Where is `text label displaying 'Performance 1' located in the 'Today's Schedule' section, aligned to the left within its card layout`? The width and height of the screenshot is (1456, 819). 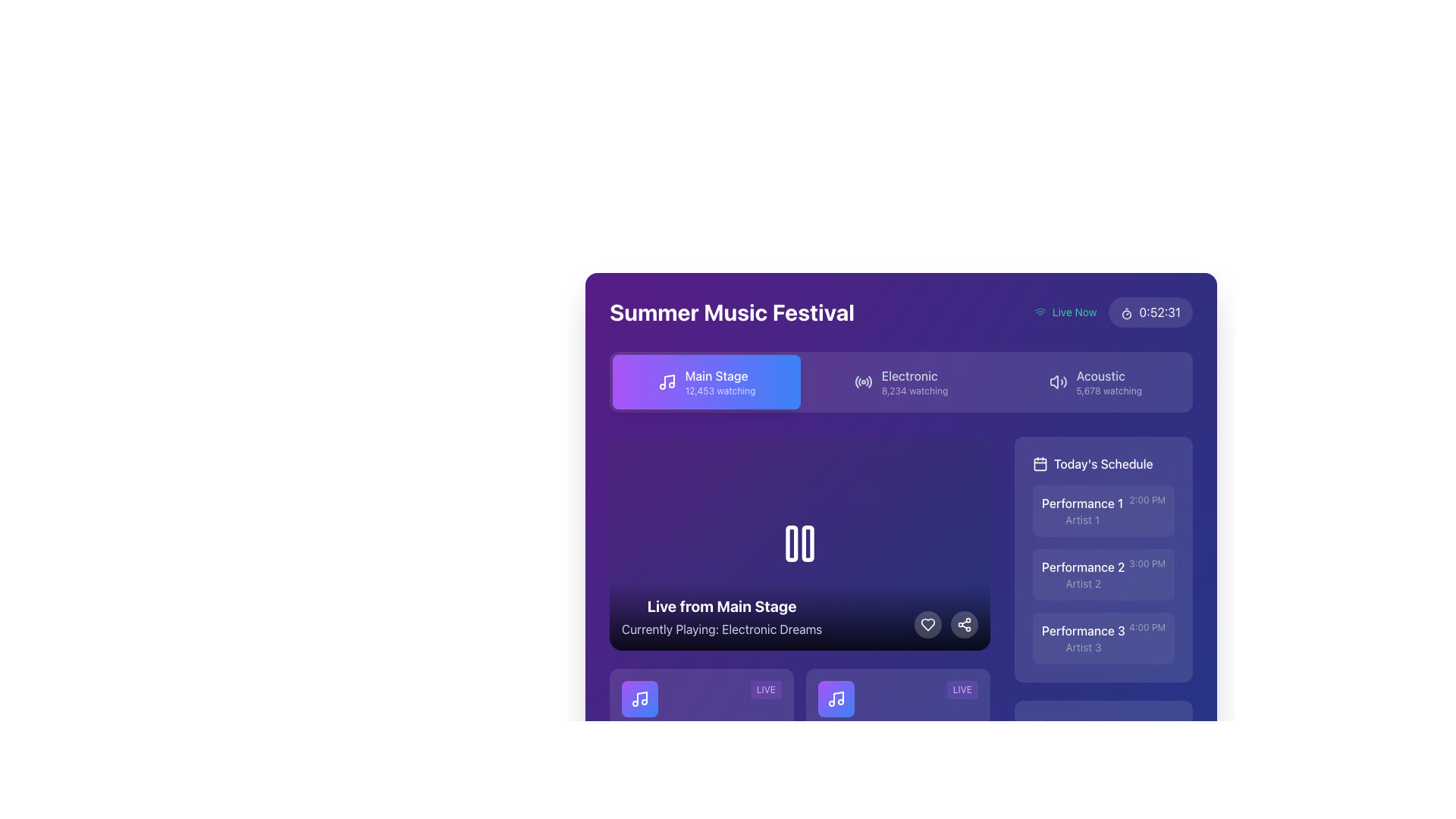
text label displaying 'Performance 1' located in the 'Today's Schedule' section, aligned to the left within its card layout is located at coordinates (1081, 503).